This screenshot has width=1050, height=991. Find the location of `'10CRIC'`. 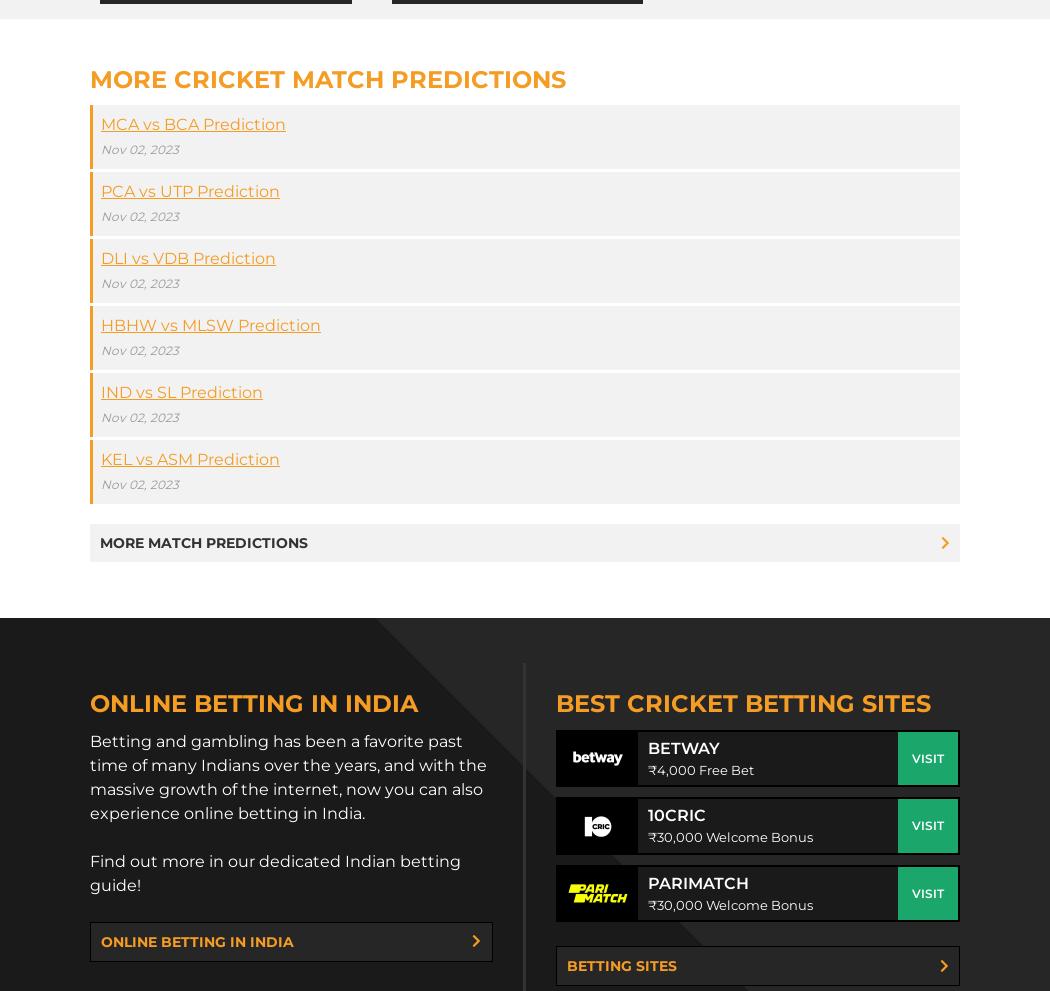

'10CRIC' is located at coordinates (675, 814).